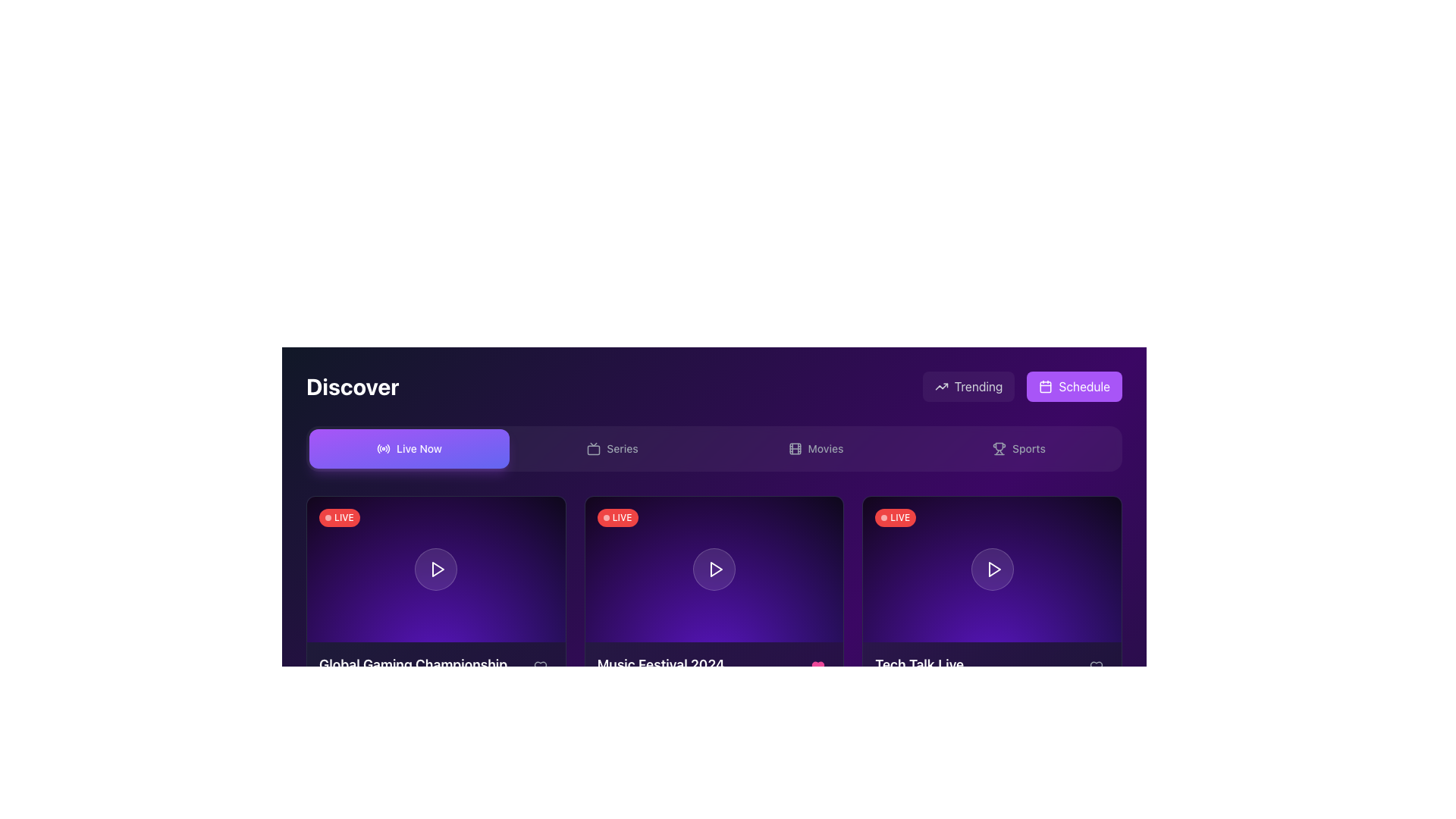 The height and width of the screenshot is (819, 1456). I want to click on the play button with a circular icon and a triangular play symbol in white to play the video, so click(992, 569).